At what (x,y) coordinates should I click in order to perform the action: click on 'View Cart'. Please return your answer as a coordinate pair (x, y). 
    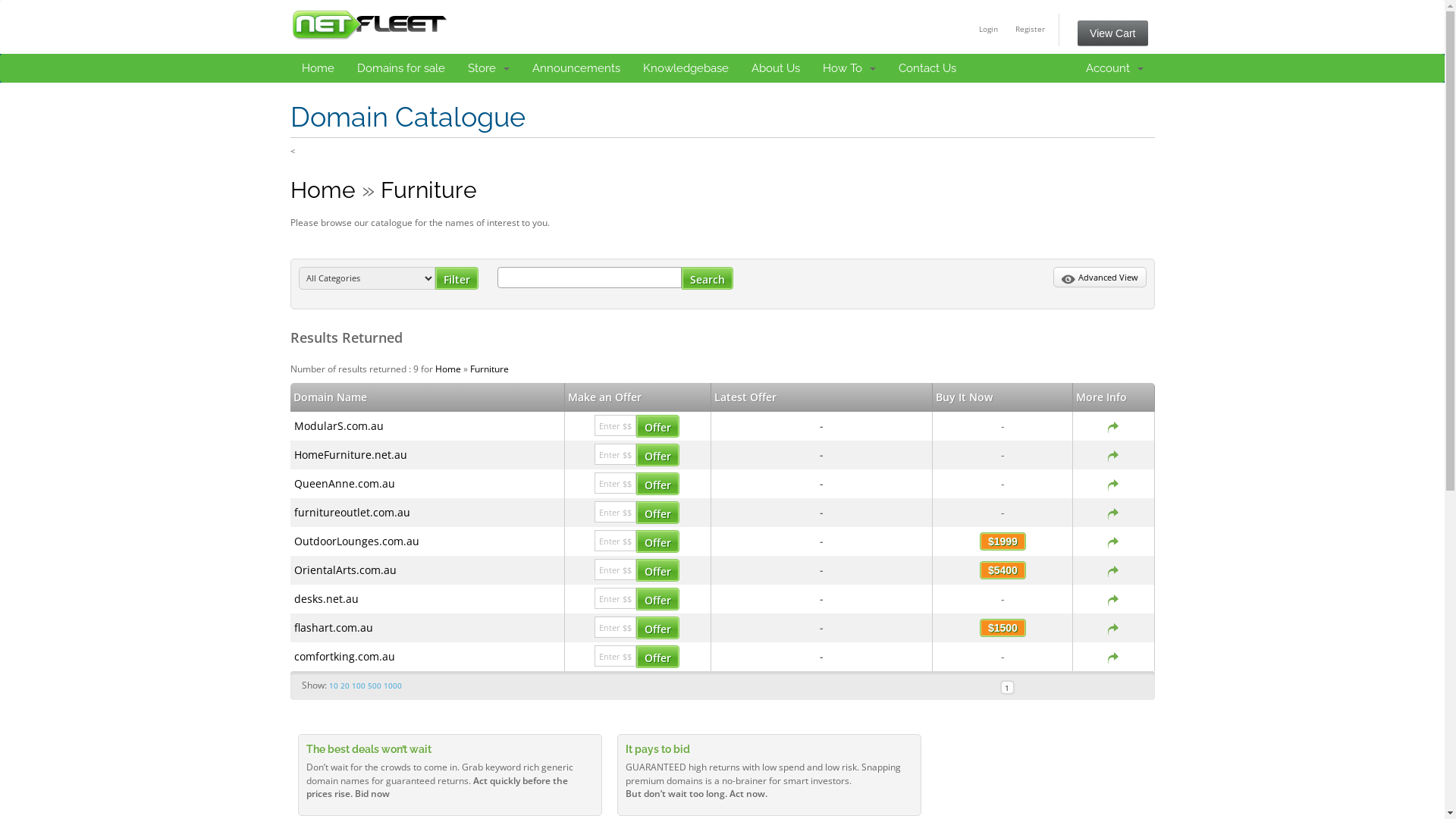
    Looking at the image, I should click on (1076, 33).